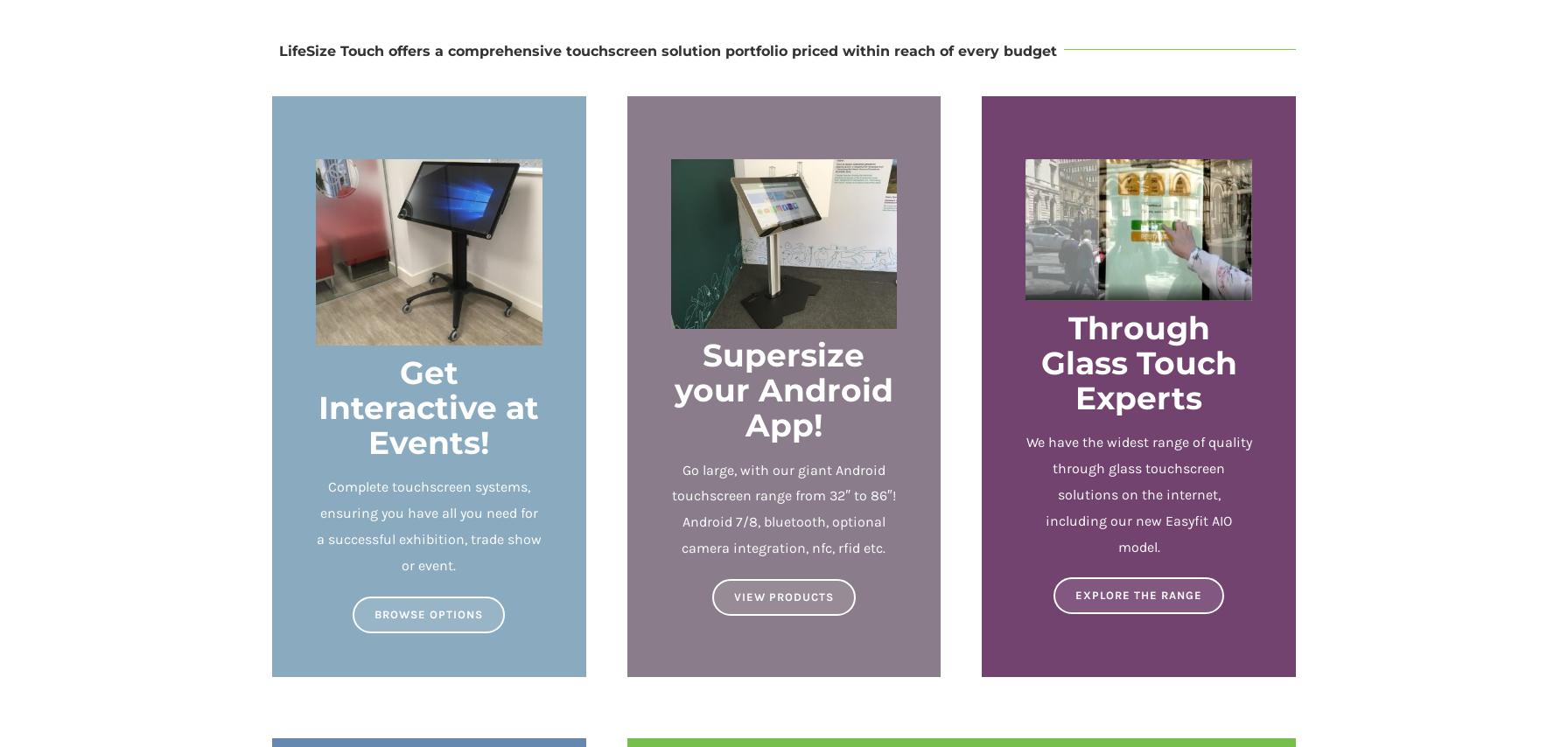 The width and height of the screenshot is (1568, 747). Describe the element at coordinates (668, 50) in the screenshot. I see `'LifeSize Touch offers a comprehensive touchscreen solution portfolio priced within reach of every budget'` at that location.